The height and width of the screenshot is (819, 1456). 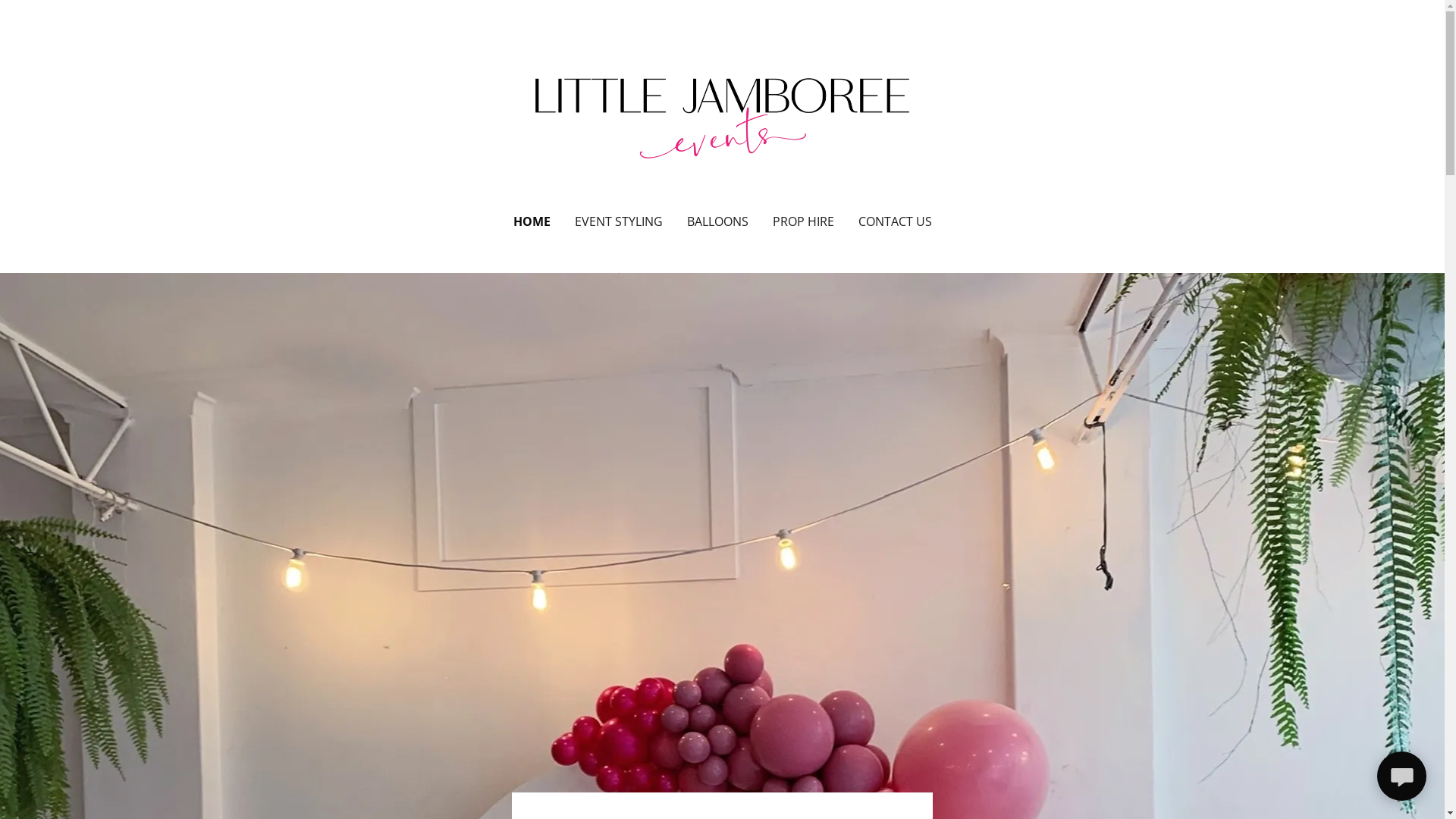 I want to click on 'CONTACT US', so click(x=895, y=221).